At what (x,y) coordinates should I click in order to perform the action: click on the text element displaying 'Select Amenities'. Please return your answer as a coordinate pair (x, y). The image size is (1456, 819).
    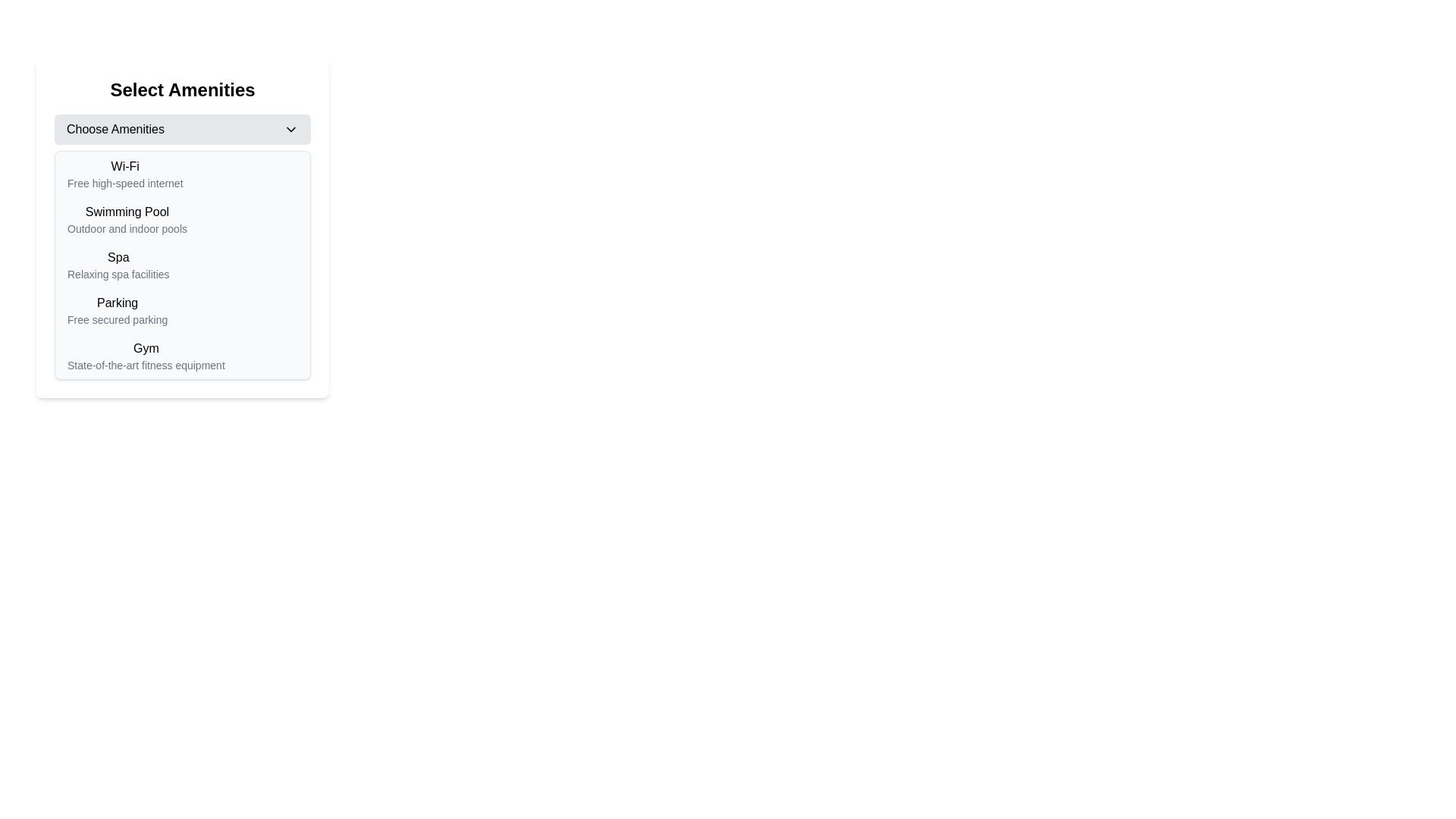
    Looking at the image, I should click on (182, 90).